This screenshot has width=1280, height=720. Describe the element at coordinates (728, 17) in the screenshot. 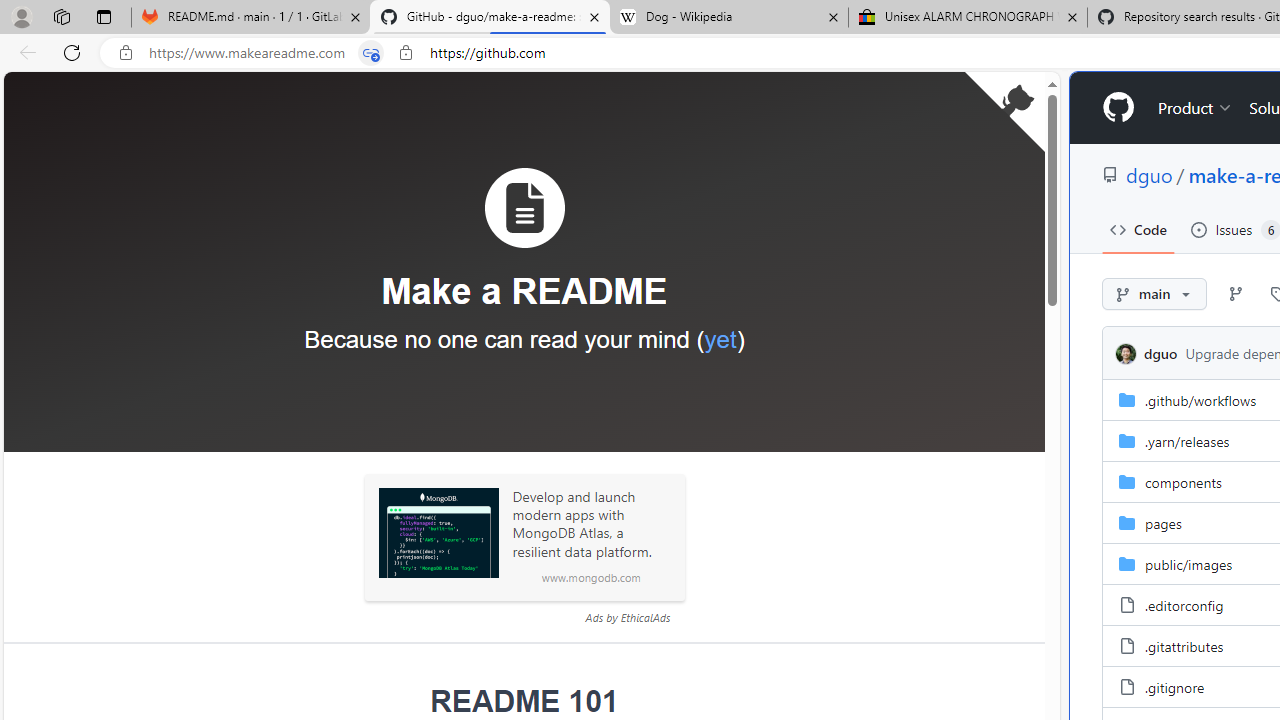

I see `'Dog - Wikipedia'` at that location.